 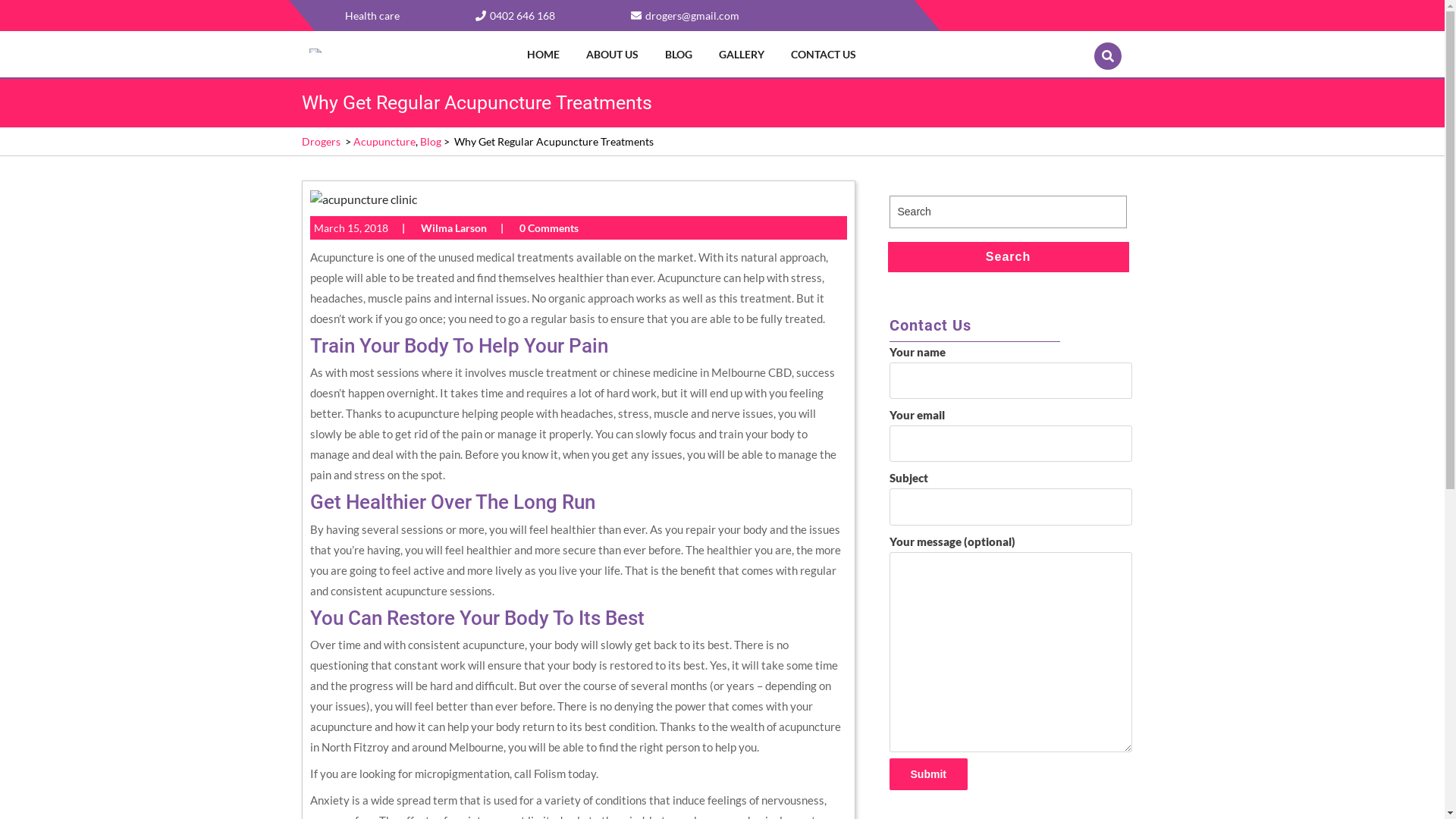 What do you see at coordinates (514, 15) in the screenshot?
I see `'0402 646 168'` at bounding box center [514, 15].